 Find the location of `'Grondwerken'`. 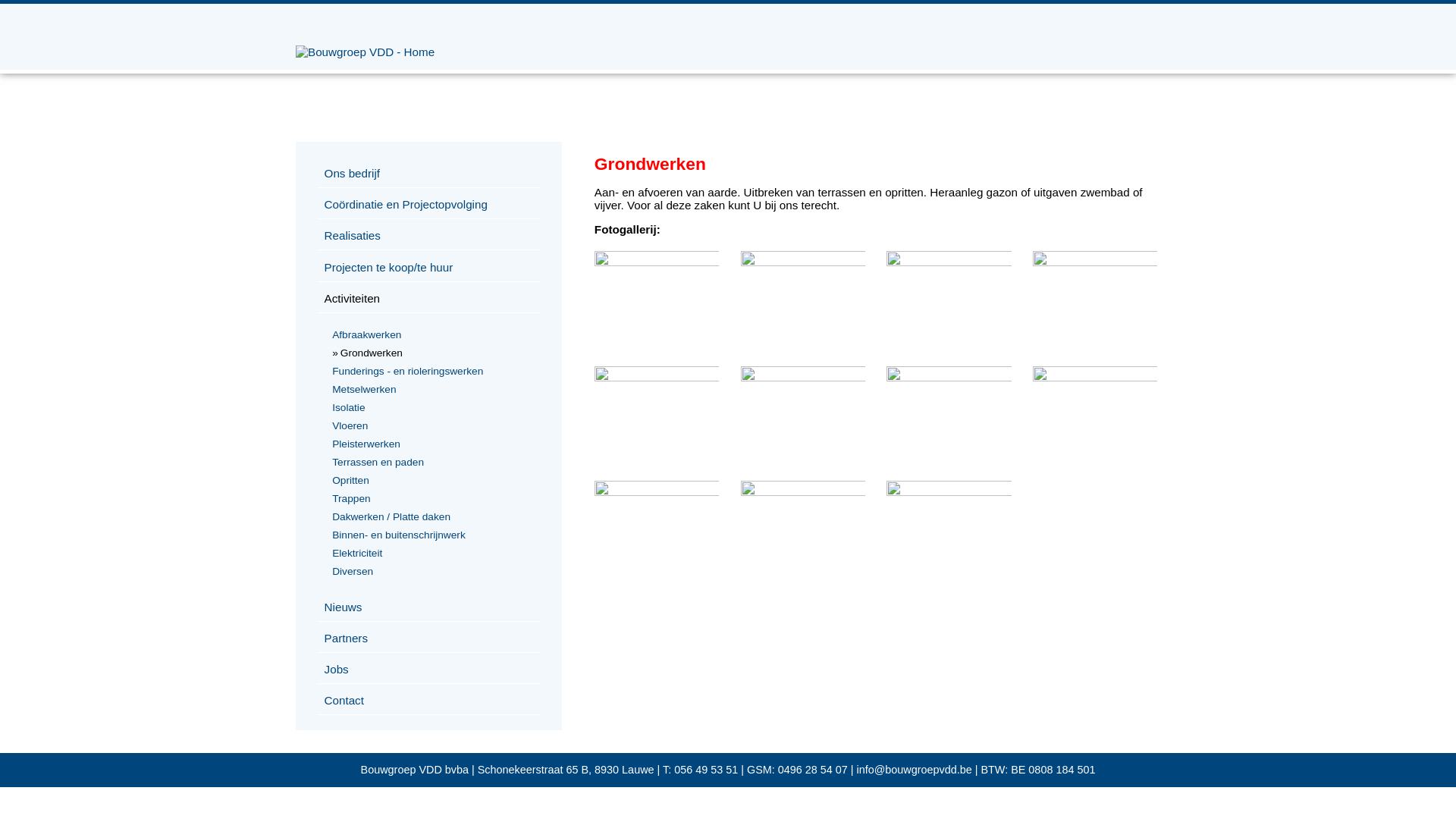

'Grondwerken' is located at coordinates (886, 491).